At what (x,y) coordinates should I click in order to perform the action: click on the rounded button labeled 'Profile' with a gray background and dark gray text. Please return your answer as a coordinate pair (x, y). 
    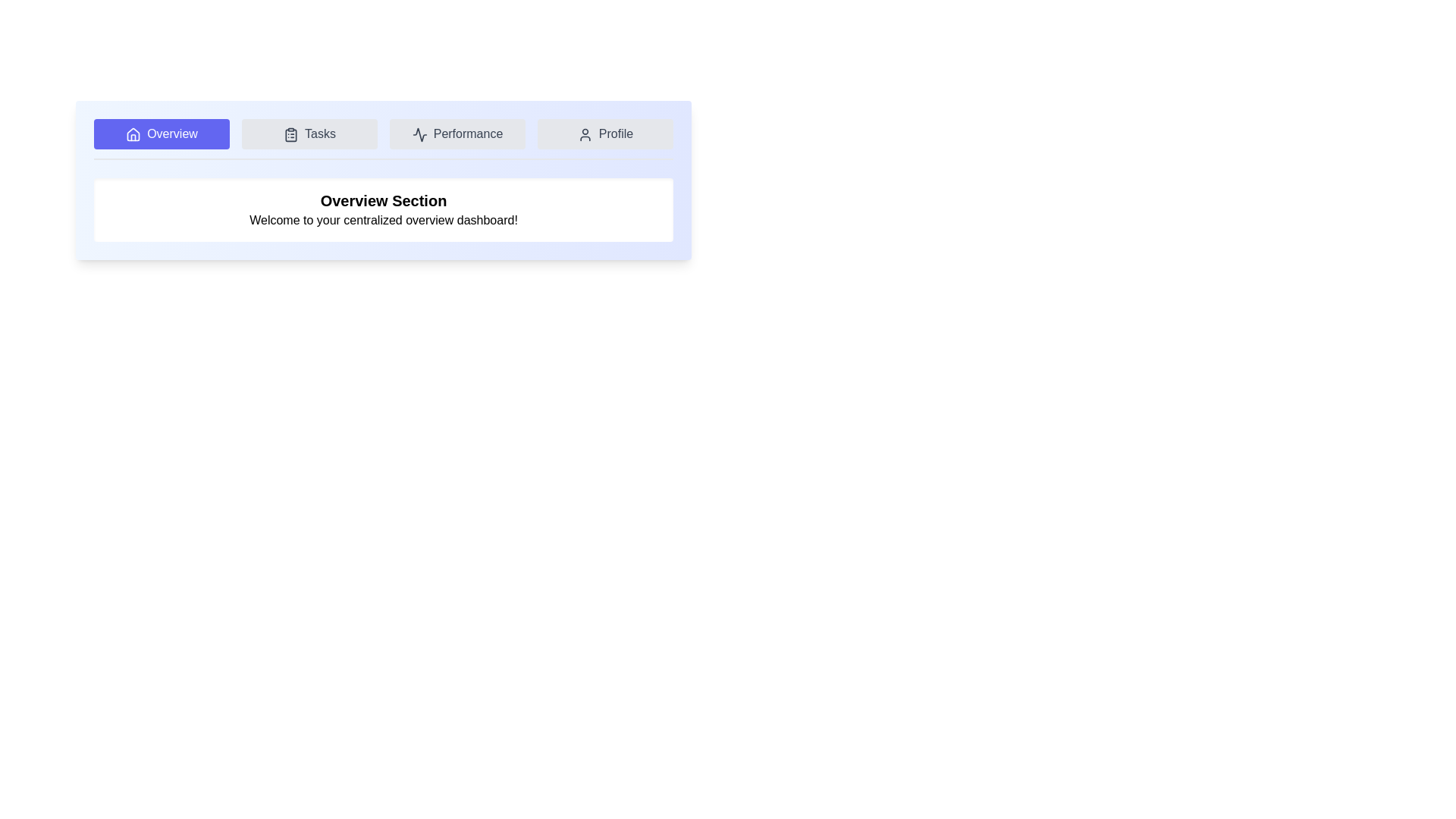
    Looking at the image, I should click on (604, 133).